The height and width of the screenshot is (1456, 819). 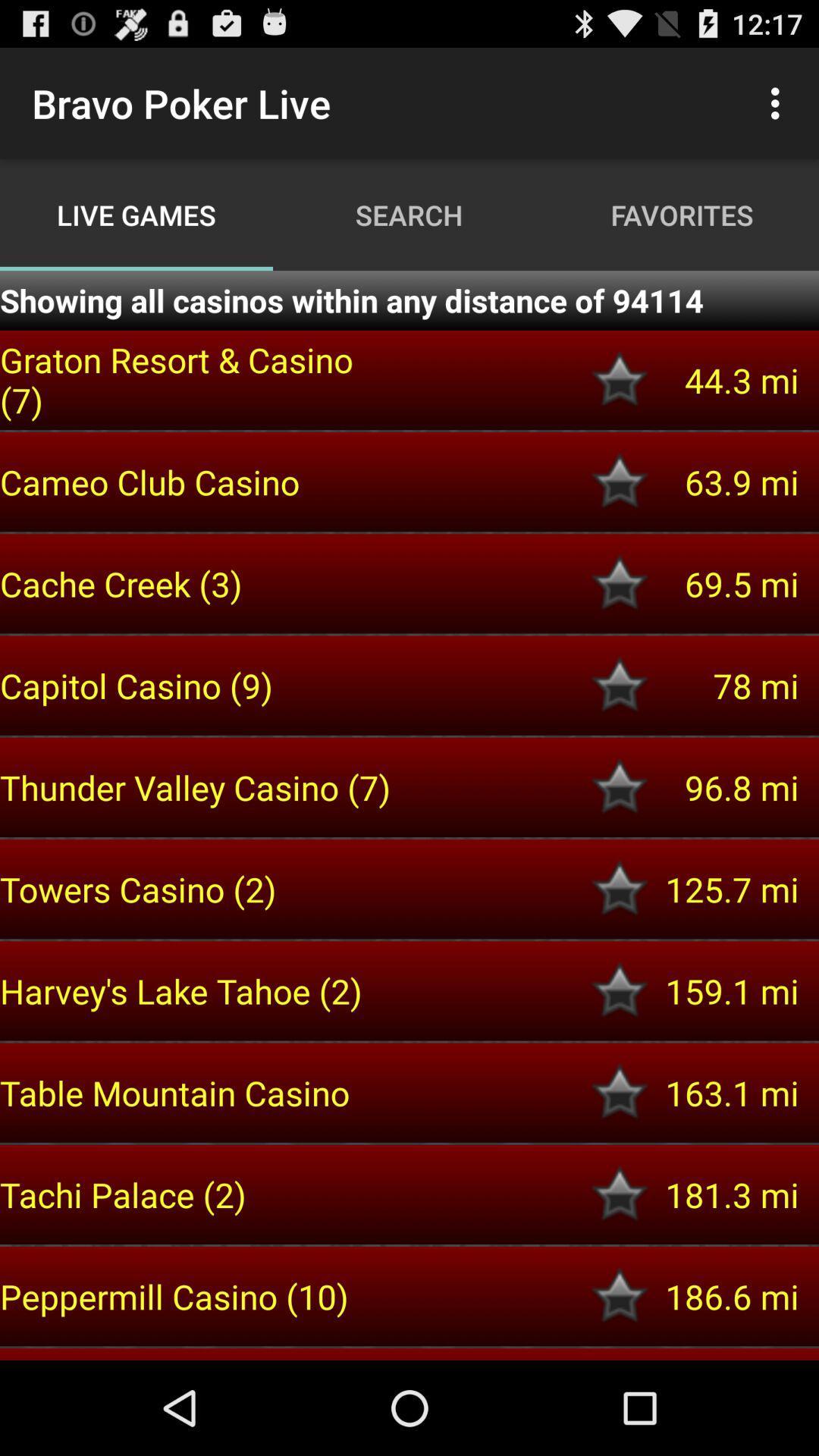 I want to click on favorite, so click(x=620, y=990).